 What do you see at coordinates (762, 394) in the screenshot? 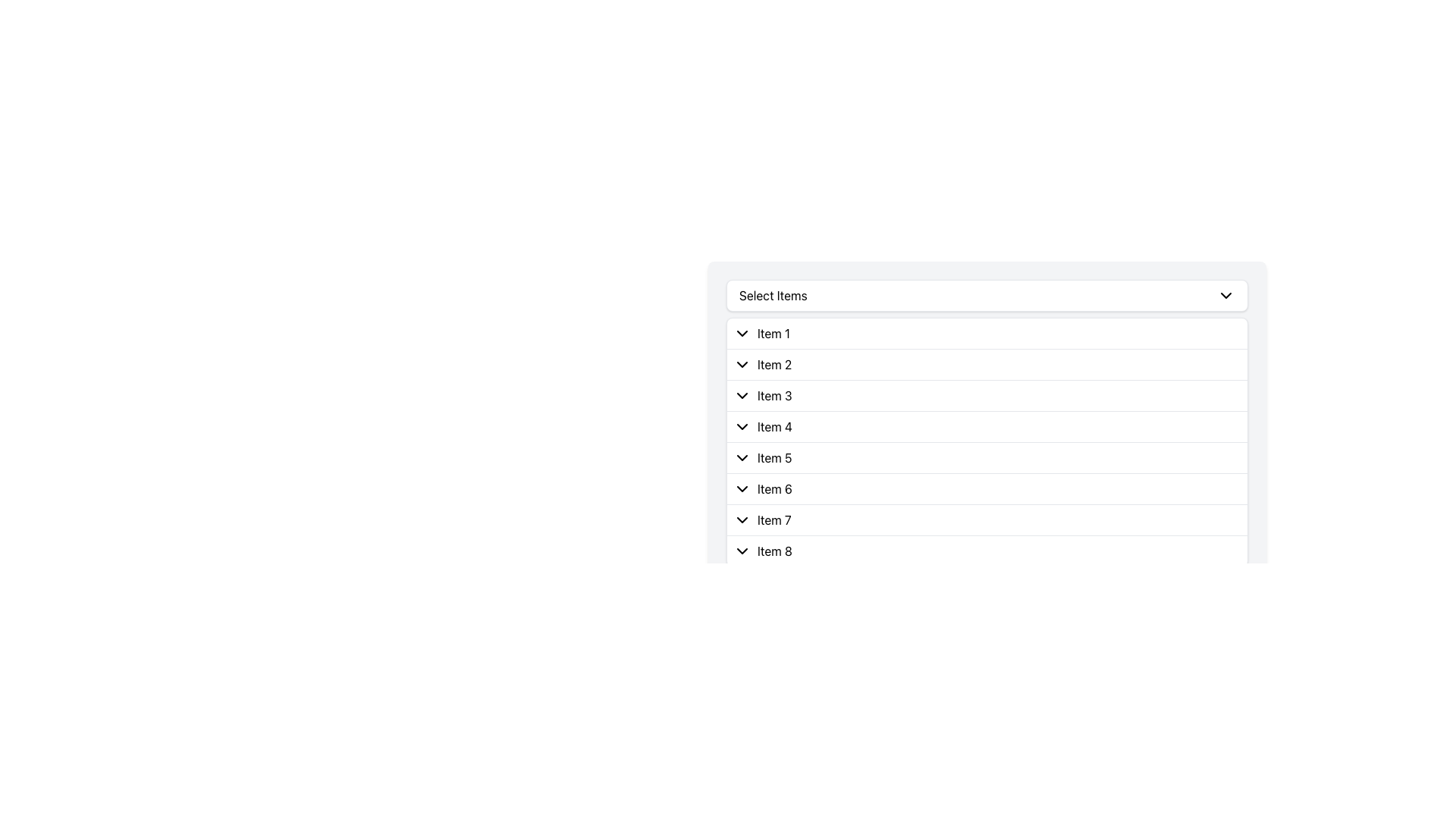
I see `the third list item in the dropdown menu` at bounding box center [762, 394].